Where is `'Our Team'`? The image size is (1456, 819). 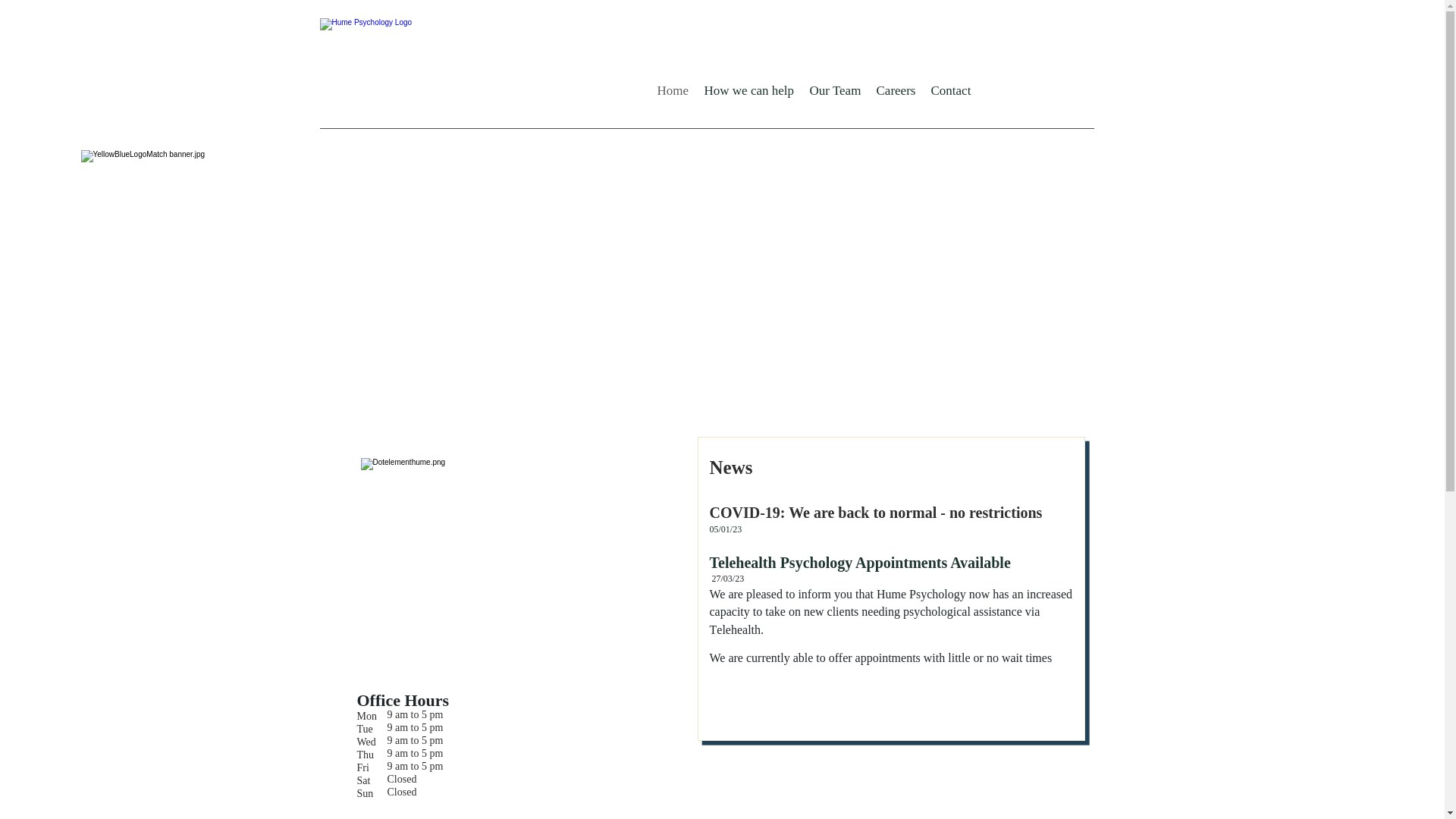
'Our Team' is located at coordinates (801, 90).